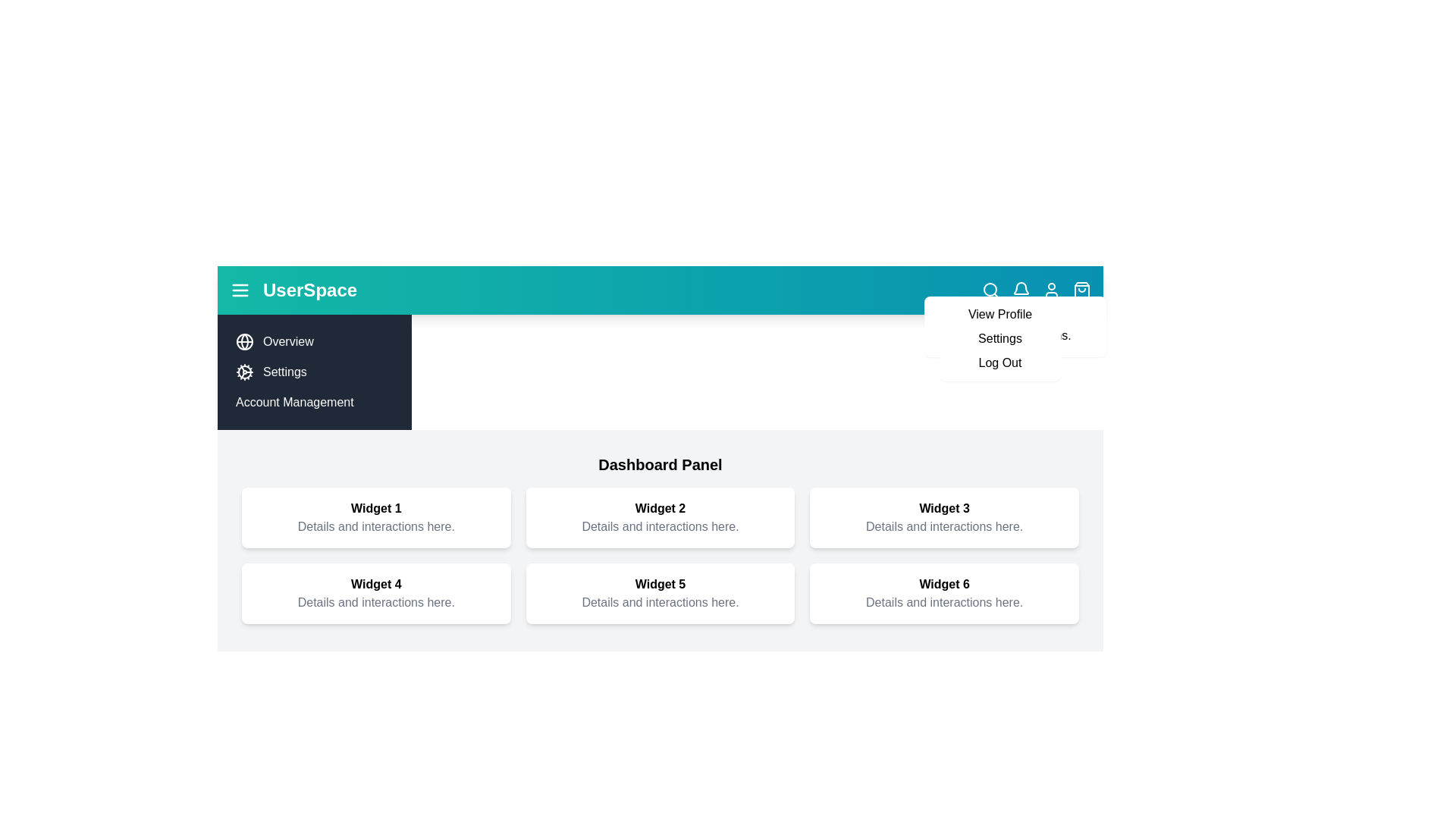 This screenshot has width=1456, height=819. What do you see at coordinates (375, 593) in the screenshot?
I see `the details in the informational card representing 'Widget 4' located in the second row, first column of the Dashboard Panel` at bounding box center [375, 593].